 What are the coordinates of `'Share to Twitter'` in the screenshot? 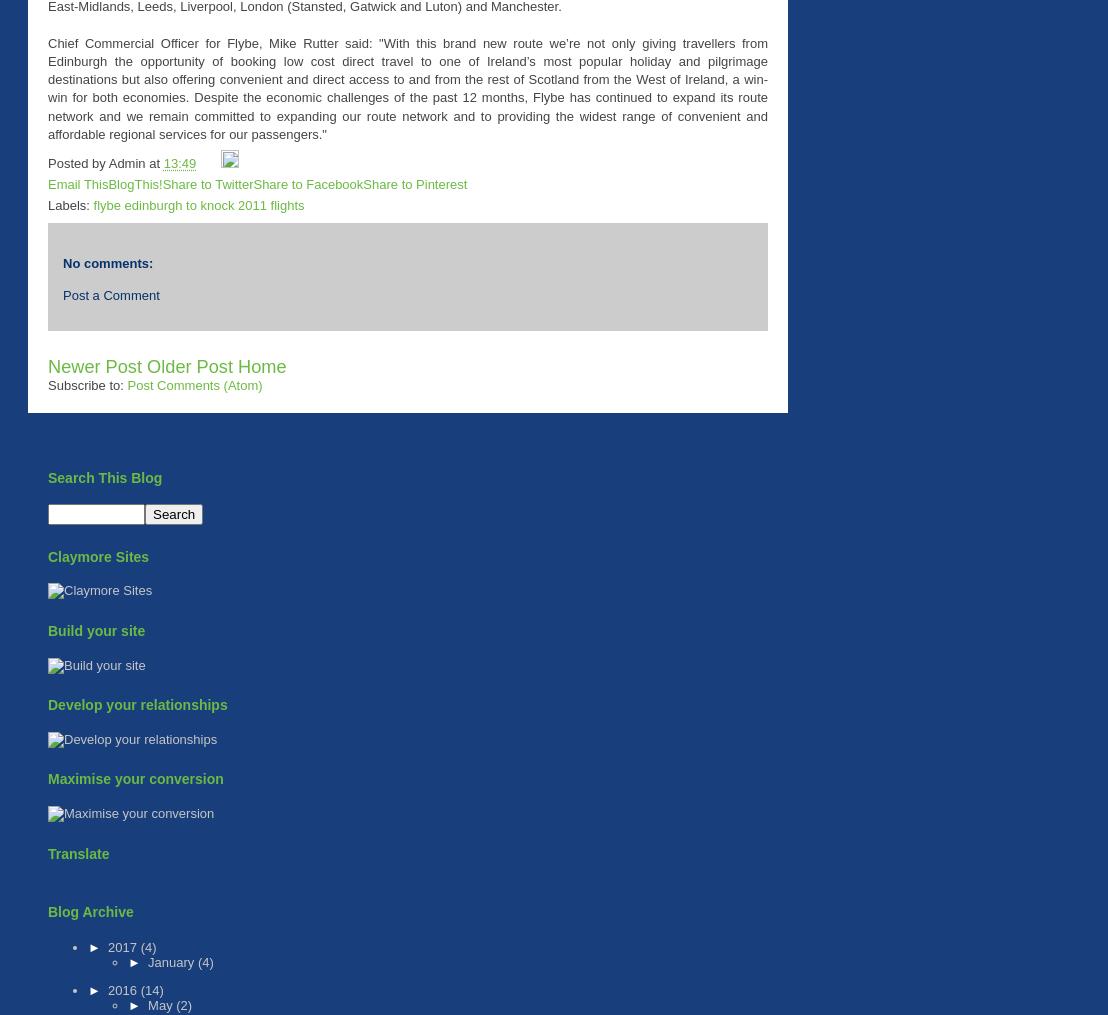 It's located at (207, 183).